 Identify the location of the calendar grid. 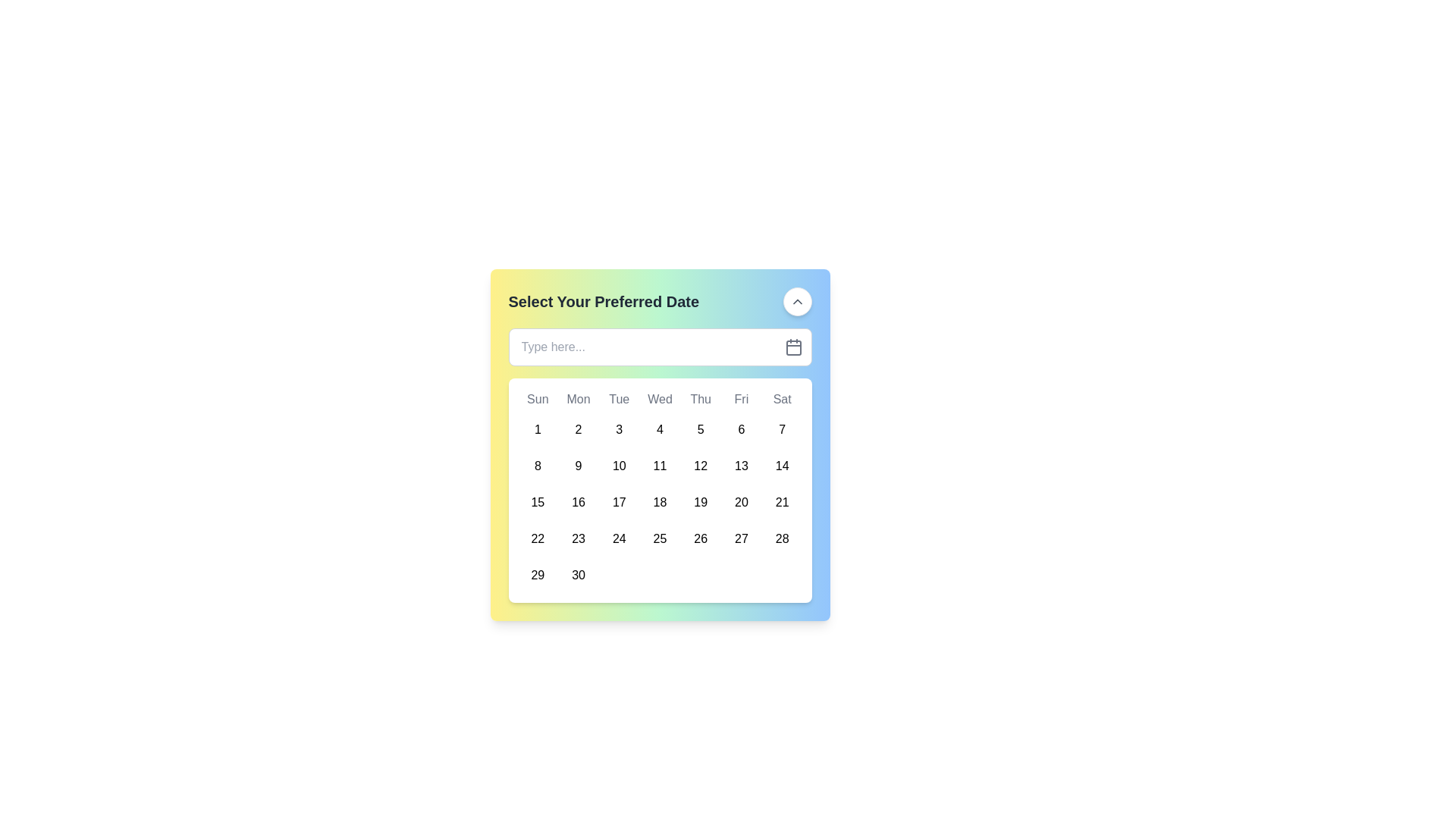
(660, 491).